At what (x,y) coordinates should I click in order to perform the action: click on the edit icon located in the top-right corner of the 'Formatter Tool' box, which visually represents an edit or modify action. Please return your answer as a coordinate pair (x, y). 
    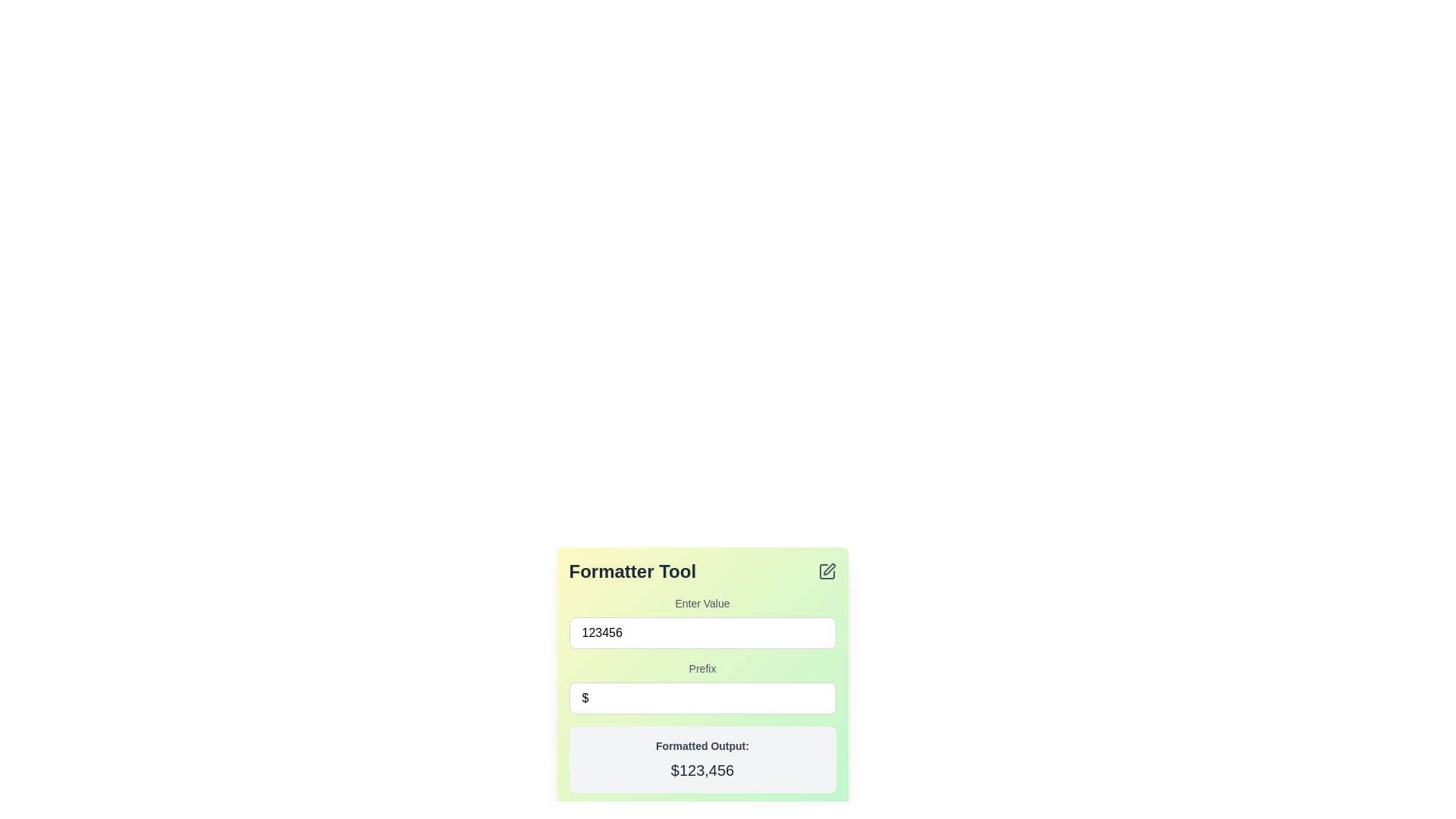
    Looking at the image, I should click on (828, 570).